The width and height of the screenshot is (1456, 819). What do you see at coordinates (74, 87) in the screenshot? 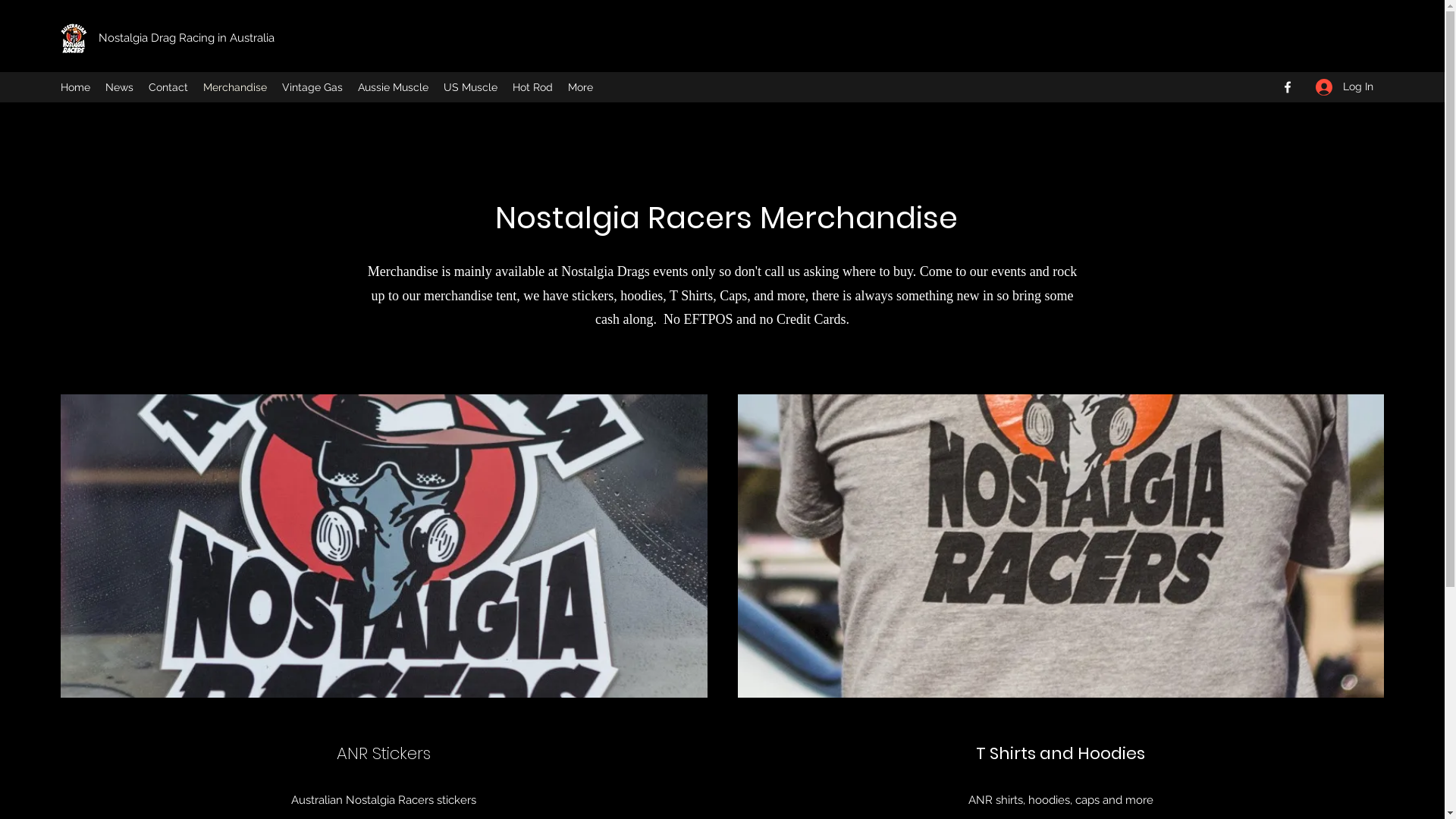
I see `'Home'` at bounding box center [74, 87].